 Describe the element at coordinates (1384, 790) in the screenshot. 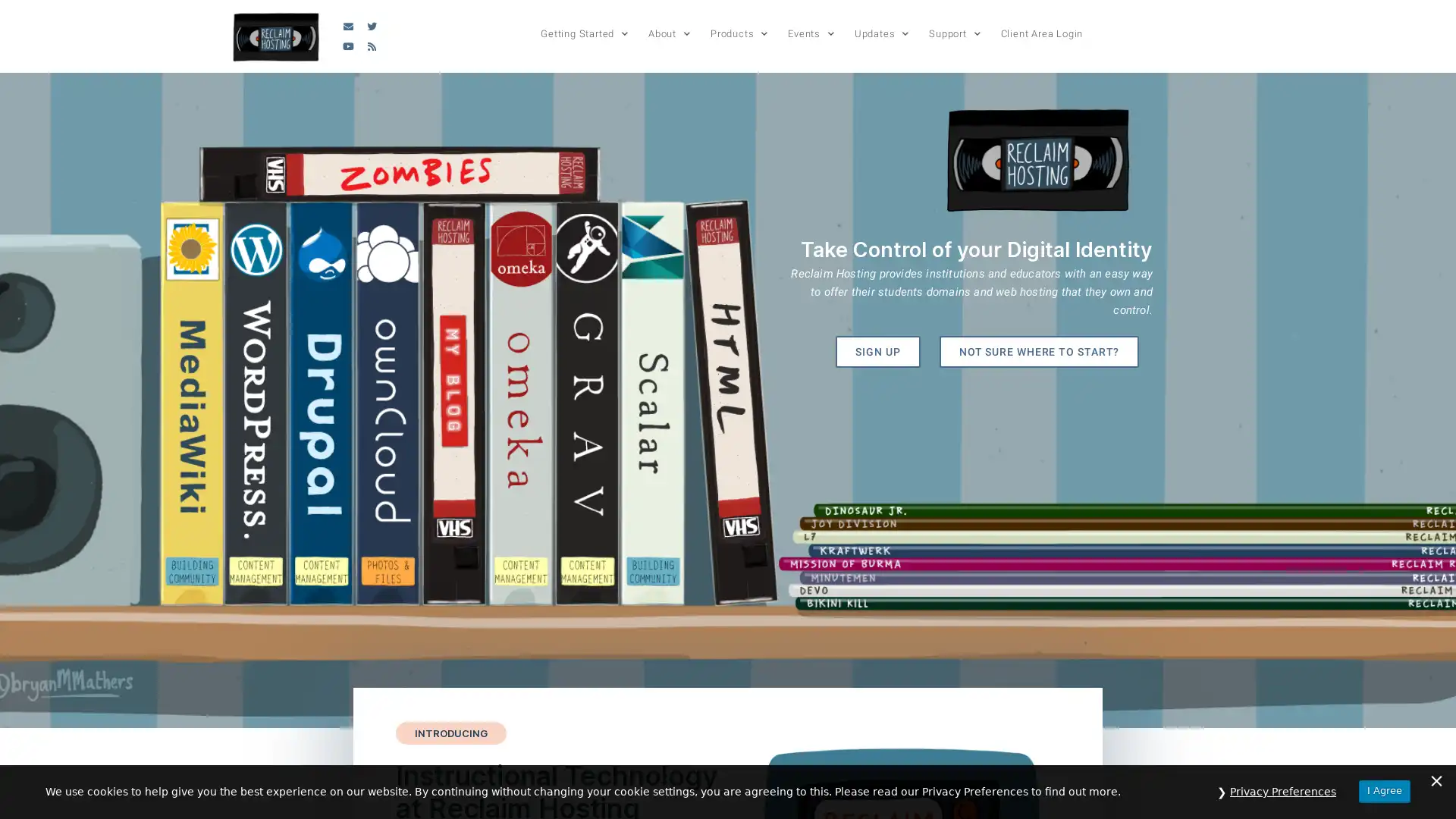

I see `I Agree` at that location.